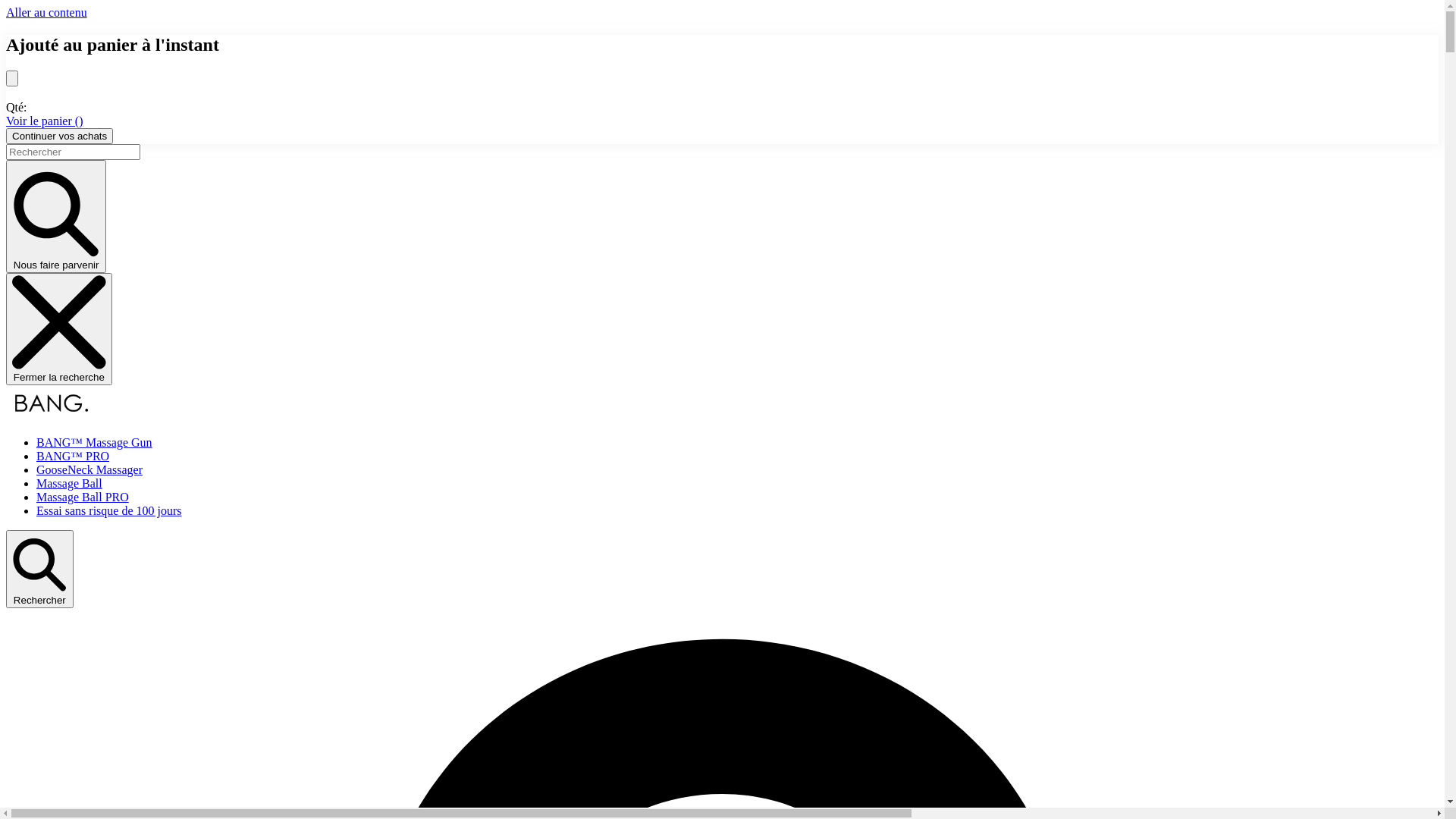 The height and width of the screenshot is (819, 1456). What do you see at coordinates (36, 497) in the screenshot?
I see `'Massage Ball PRO'` at bounding box center [36, 497].